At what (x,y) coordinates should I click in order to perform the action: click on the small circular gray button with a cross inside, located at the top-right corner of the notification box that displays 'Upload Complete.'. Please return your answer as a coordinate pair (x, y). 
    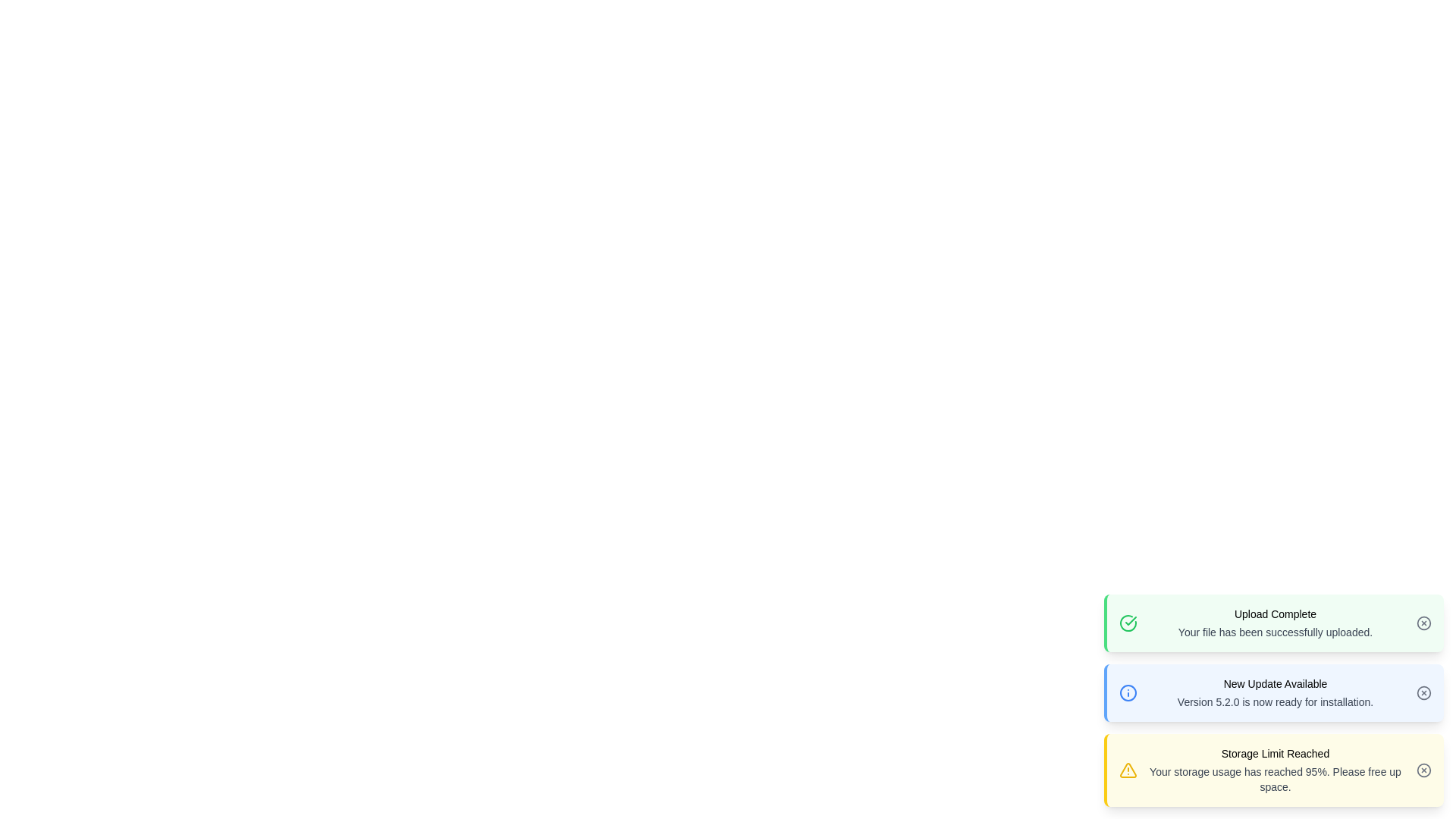
    Looking at the image, I should click on (1423, 623).